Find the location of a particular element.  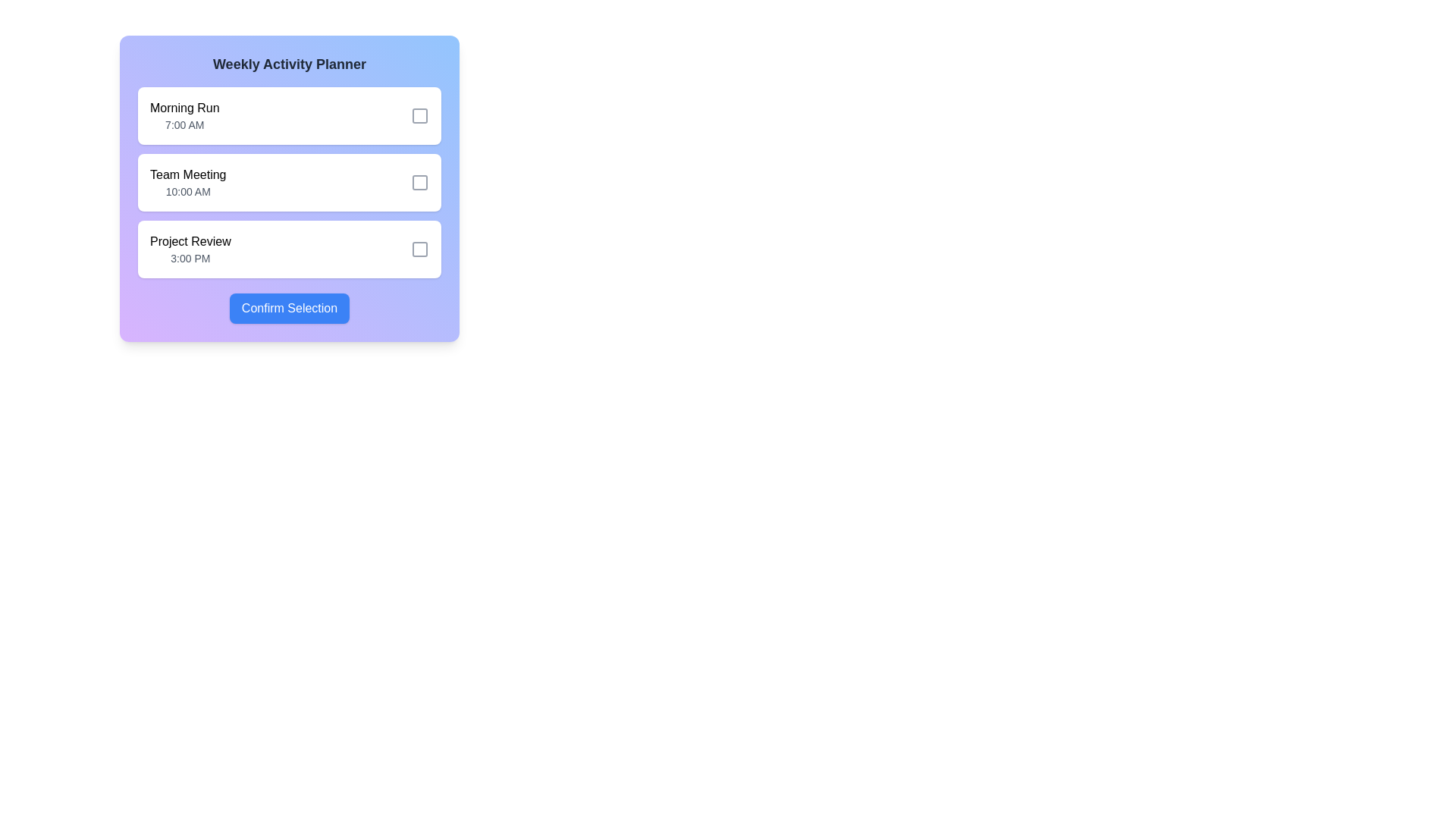

the checkbox is located at coordinates (419, 248).